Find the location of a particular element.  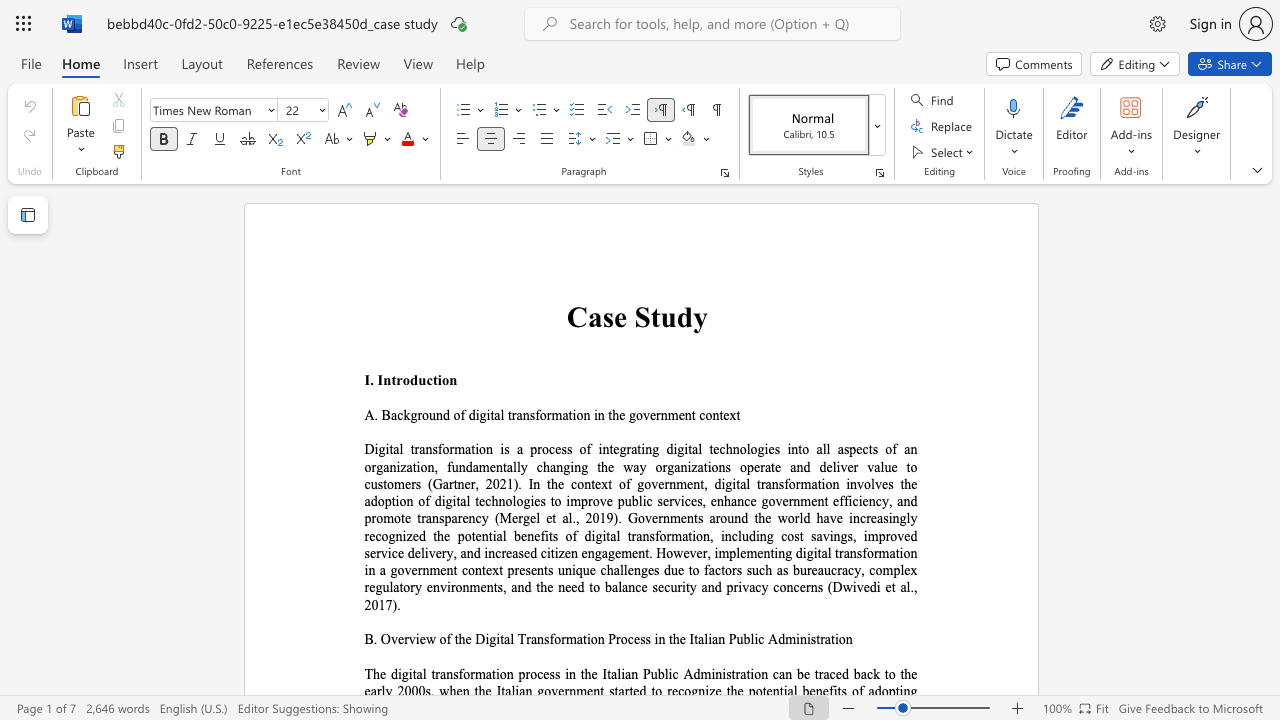

the subset text "tio" within the text "I. Introduction" is located at coordinates (431, 380).